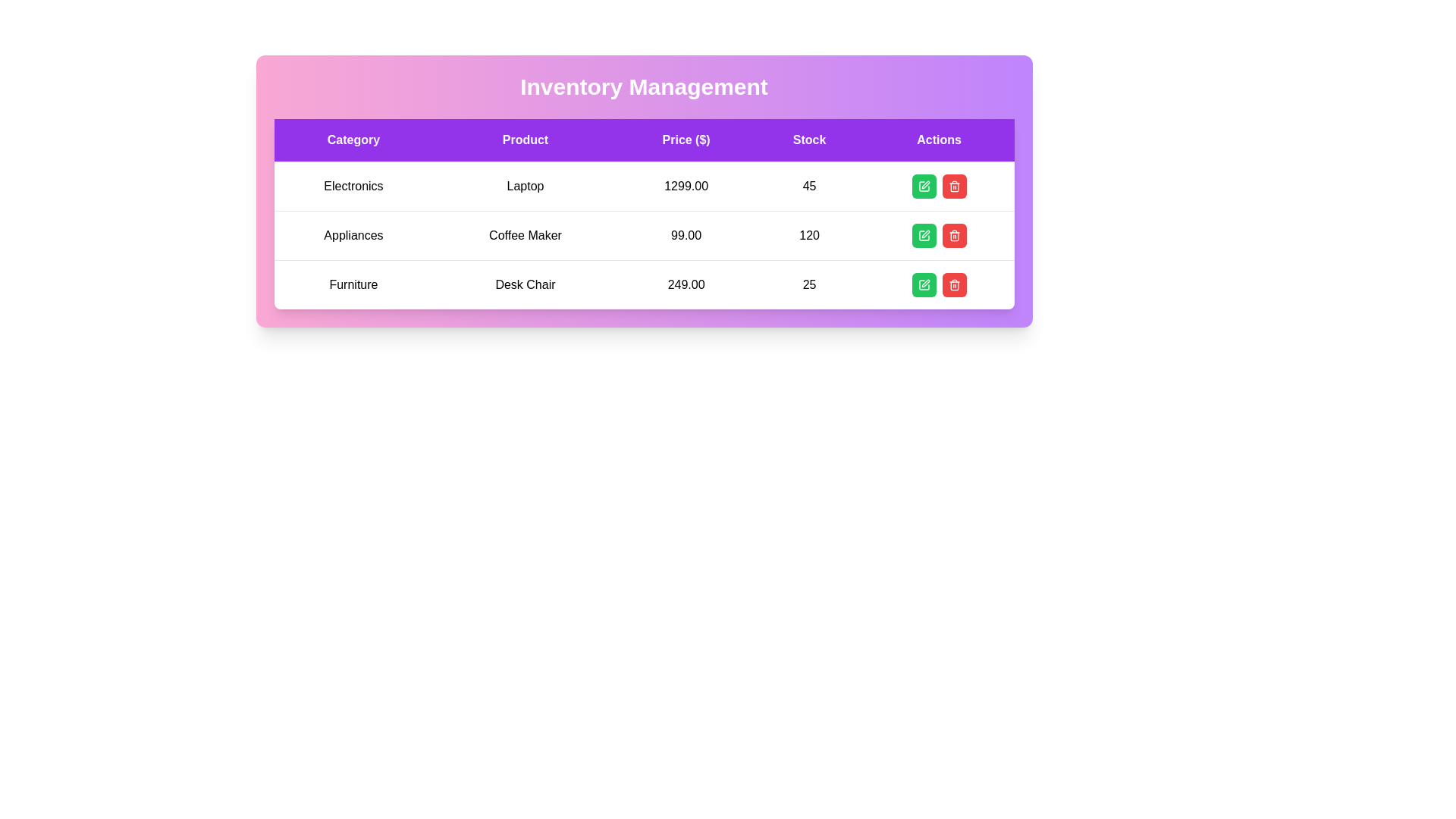  I want to click on the edit button located in the actions column of the third row in the inventory management table, so click(923, 284).